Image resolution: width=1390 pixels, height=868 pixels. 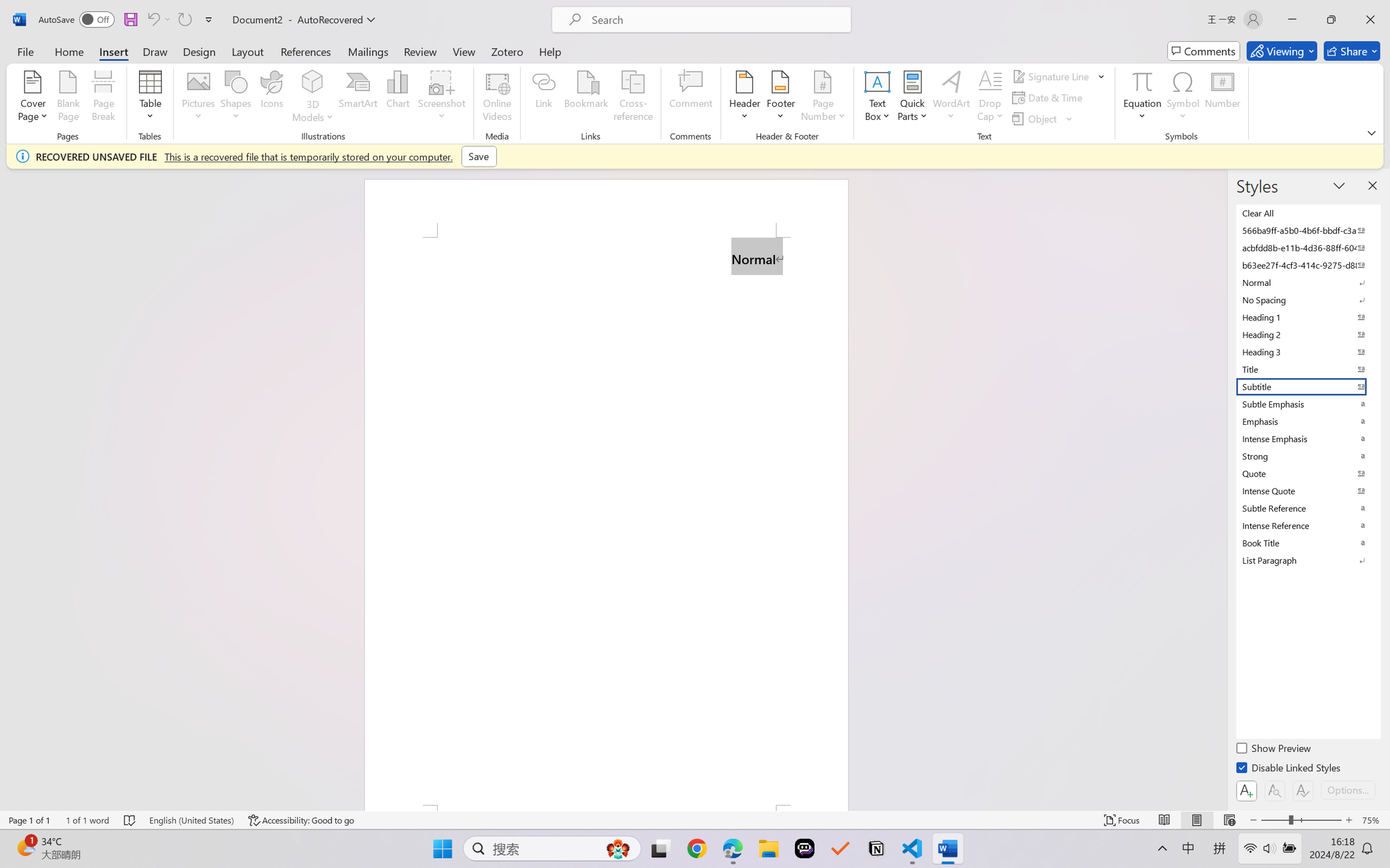 What do you see at coordinates (152, 19) in the screenshot?
I see `'Can'` at bounding box center [152, 19].